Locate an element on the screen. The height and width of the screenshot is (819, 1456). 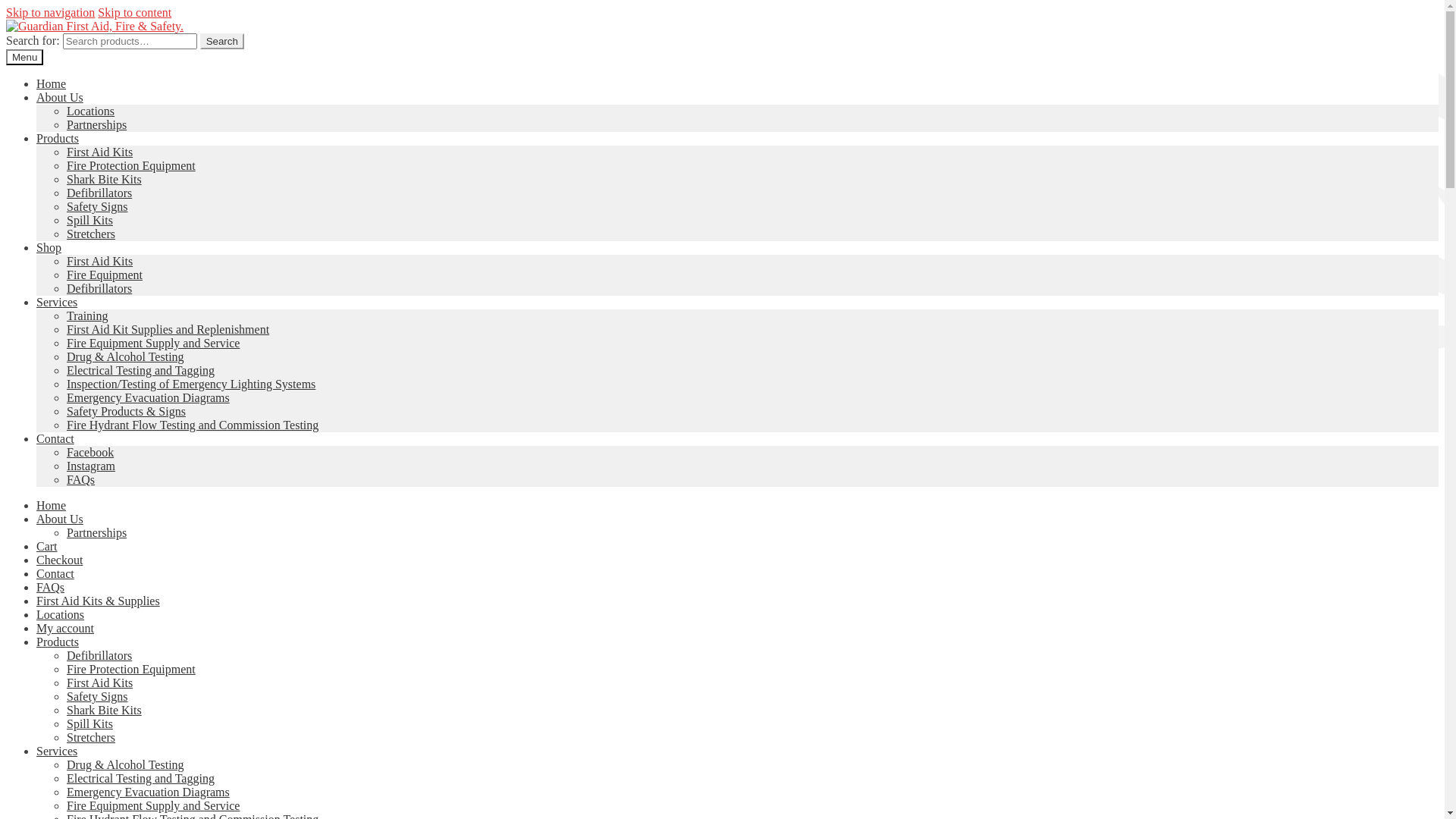
'Electrical Testing and Tagging' is located at coordinates (140, 778).